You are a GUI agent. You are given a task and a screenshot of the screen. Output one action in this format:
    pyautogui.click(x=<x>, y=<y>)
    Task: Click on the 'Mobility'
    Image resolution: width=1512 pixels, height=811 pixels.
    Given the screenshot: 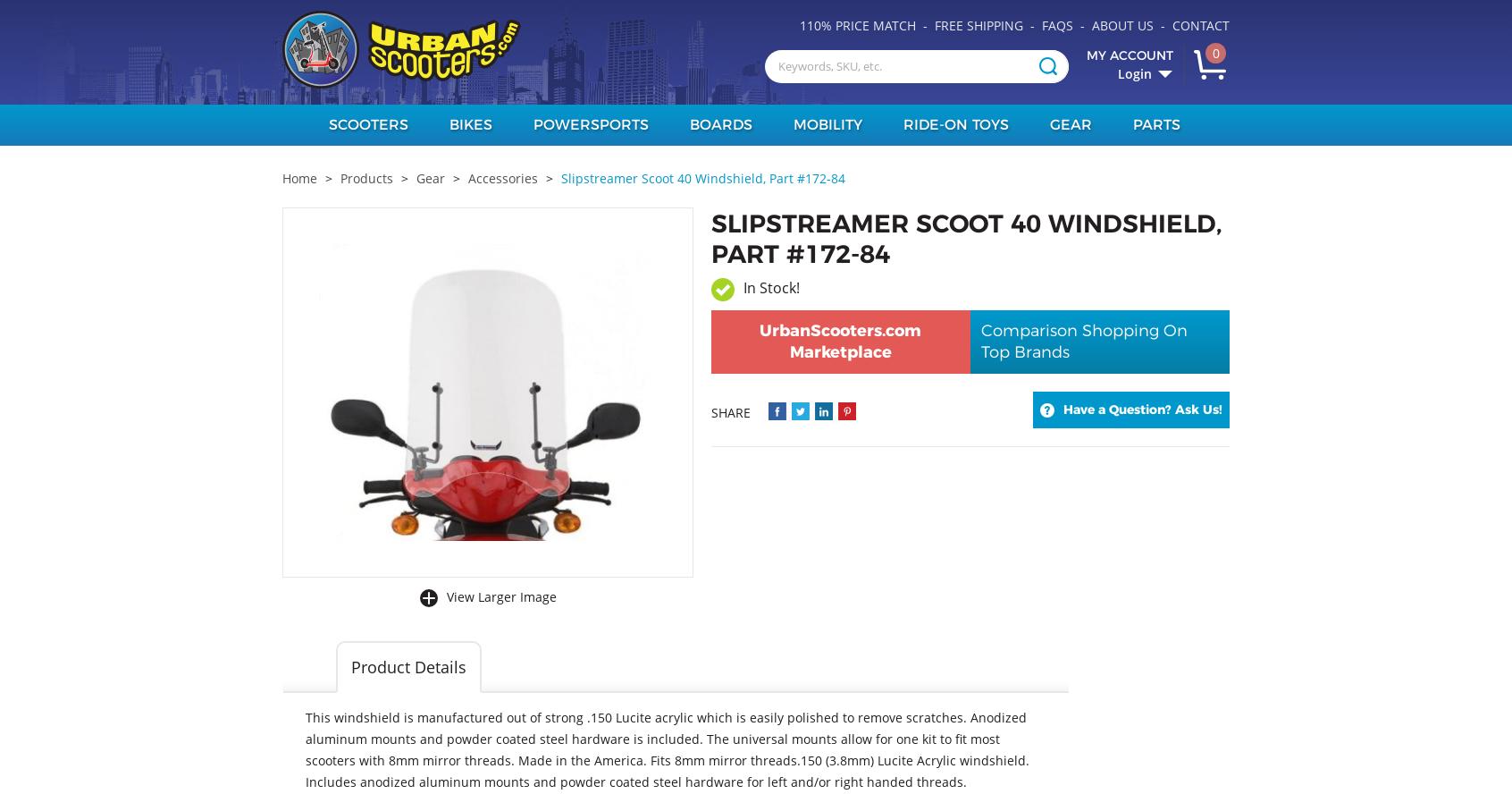 What is the action you would take?
    pyautogui.click(x=827, y=124)
    